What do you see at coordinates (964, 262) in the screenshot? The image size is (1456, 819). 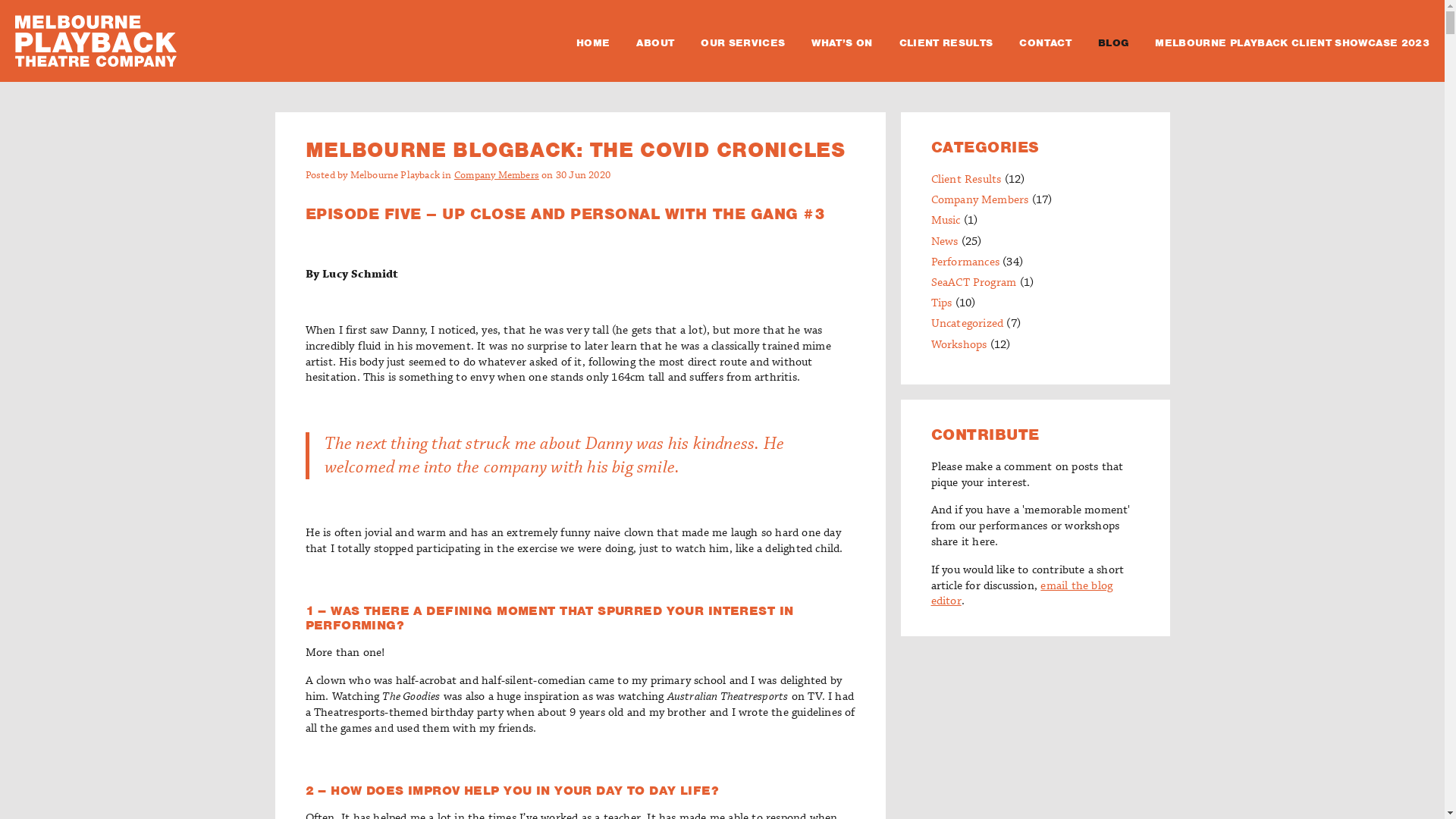 I see `'Performances'` at bounding box center [964, 262].